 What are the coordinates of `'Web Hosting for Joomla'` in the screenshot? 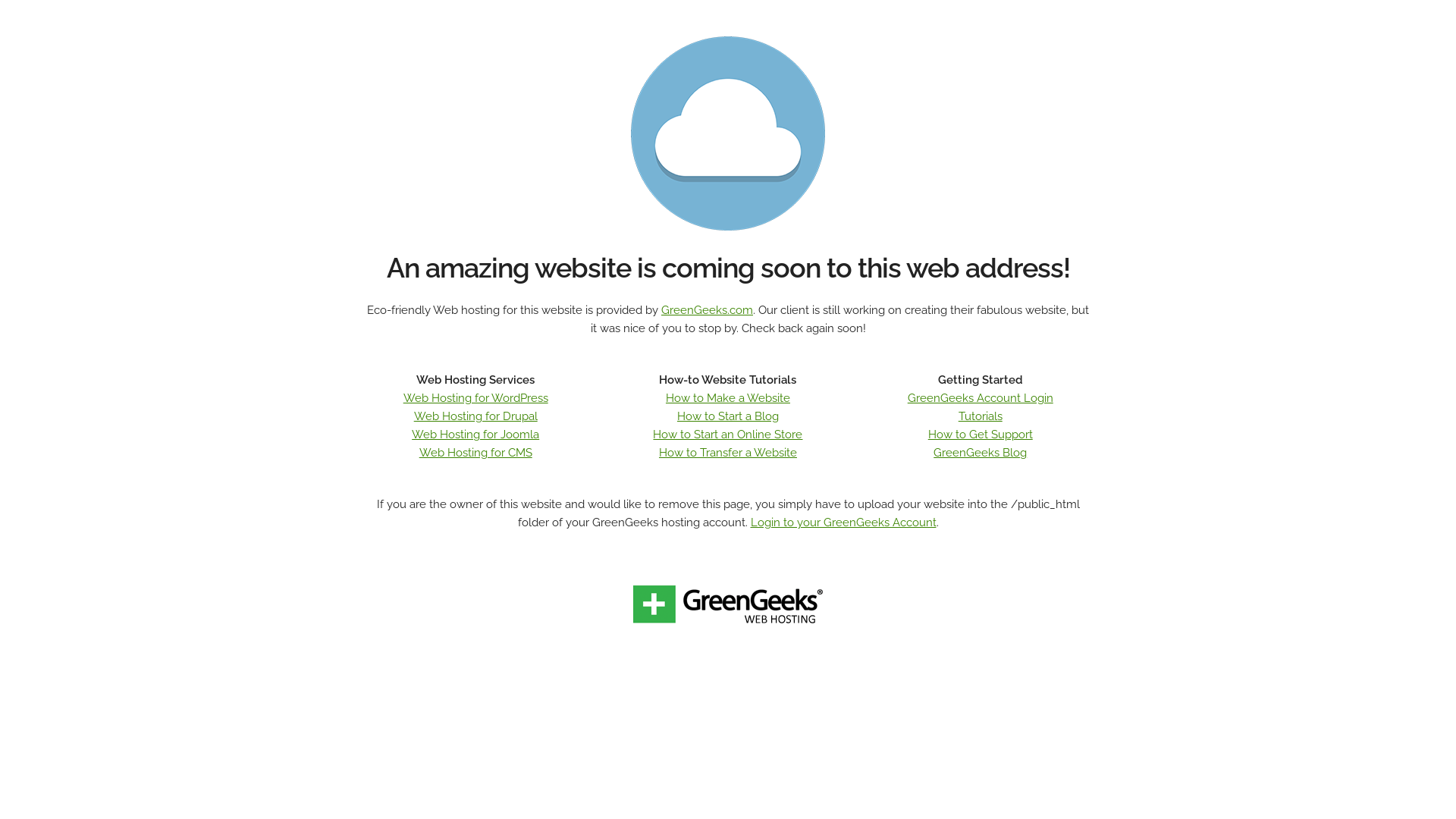 It's located at (475, 435).